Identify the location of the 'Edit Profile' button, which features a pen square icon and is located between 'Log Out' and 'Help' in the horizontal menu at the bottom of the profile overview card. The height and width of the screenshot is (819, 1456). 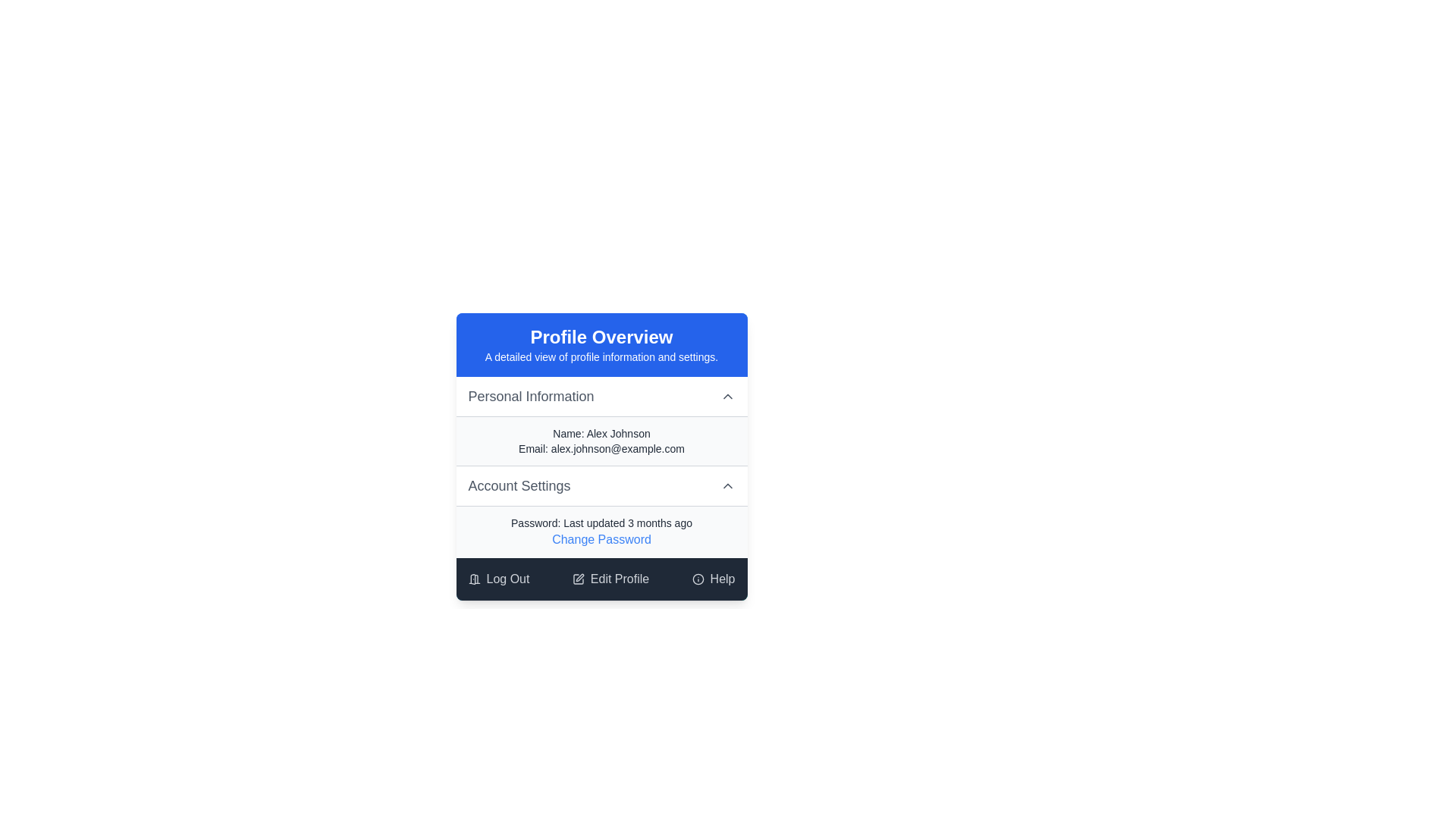
(610, 579).